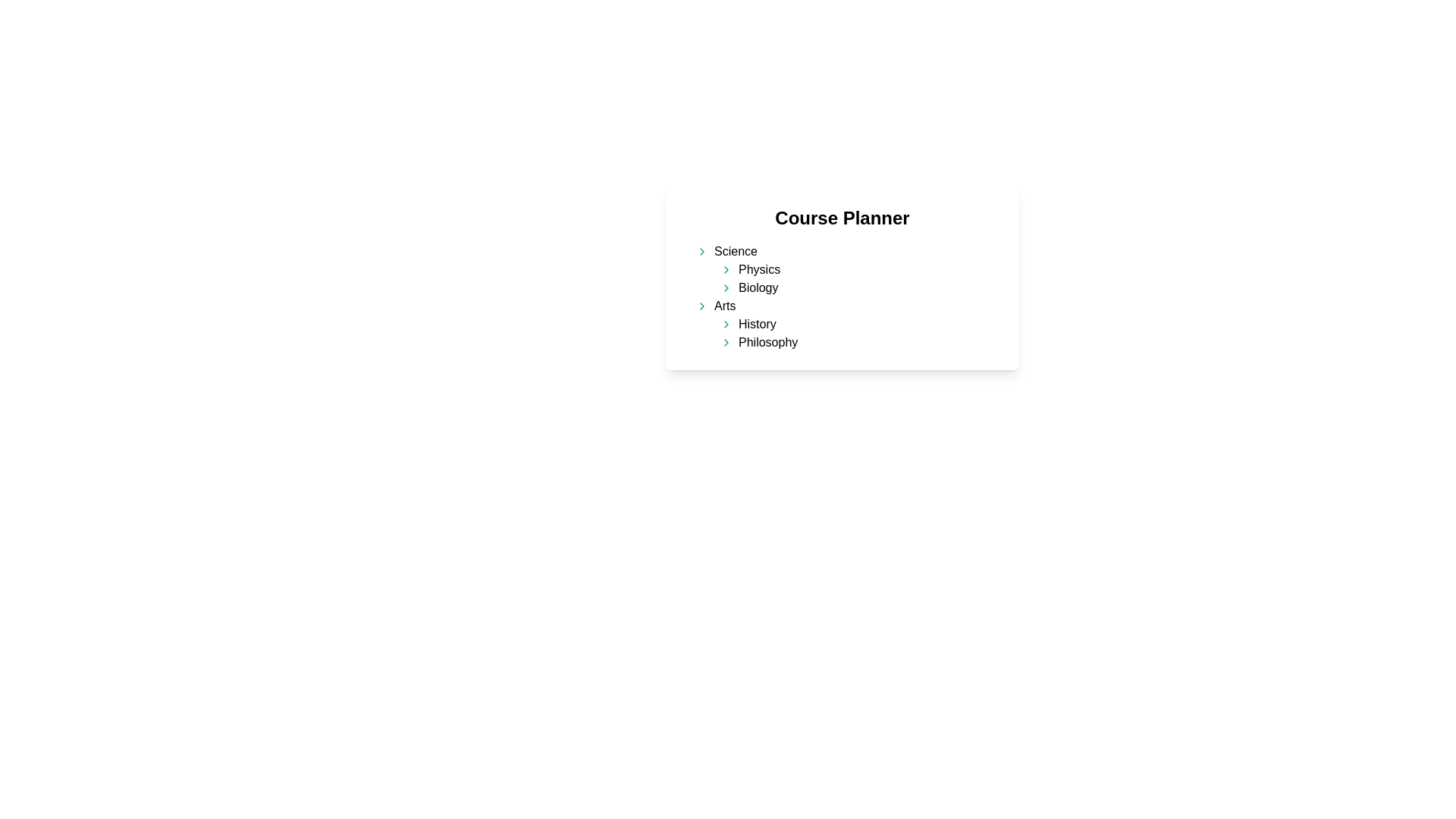 This screenshot has height=819, width=1456. What do you see at coordinates (726, 268) in the screenshot?
I see `the chevron icon next to the 'Physics' text` at bounding box center [726, 268].